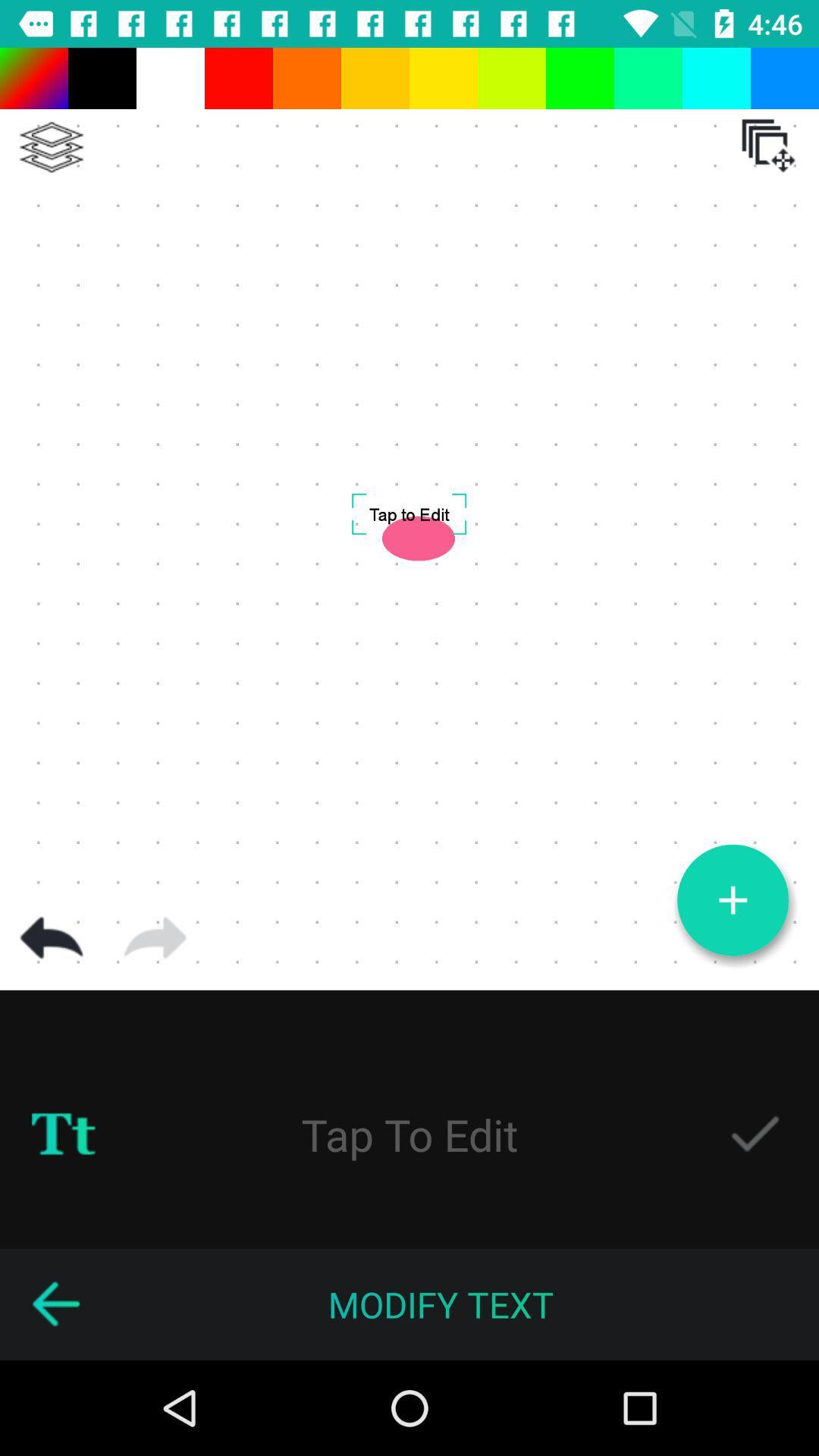 Image resolution: width=819 pixels, height=1456 pixels. Describe the element at coordinates (409, 1134) in the screenshot. I see `edit text box` at that location.